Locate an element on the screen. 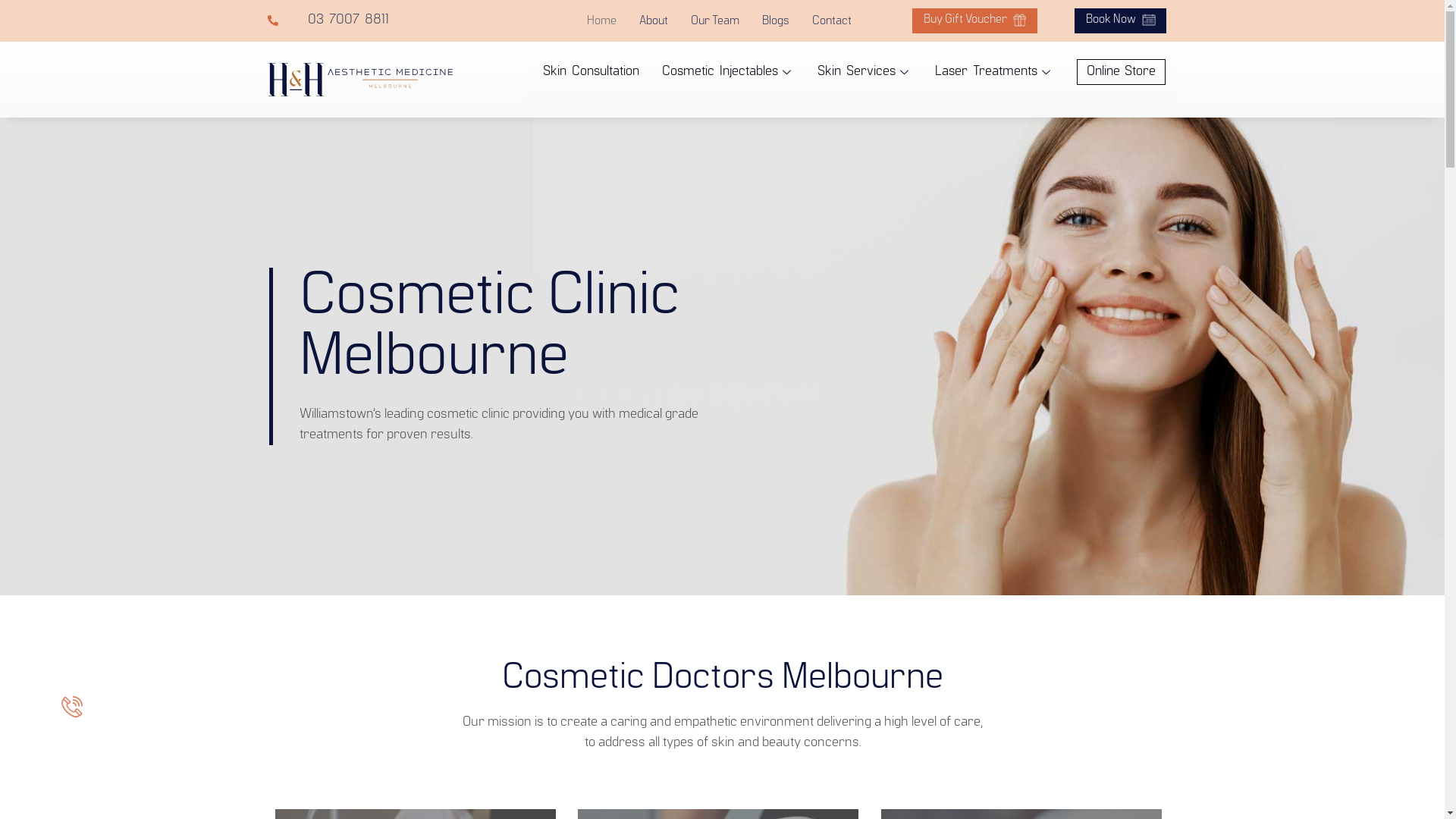  'Online Store' is located at coordinates (1121, 72).